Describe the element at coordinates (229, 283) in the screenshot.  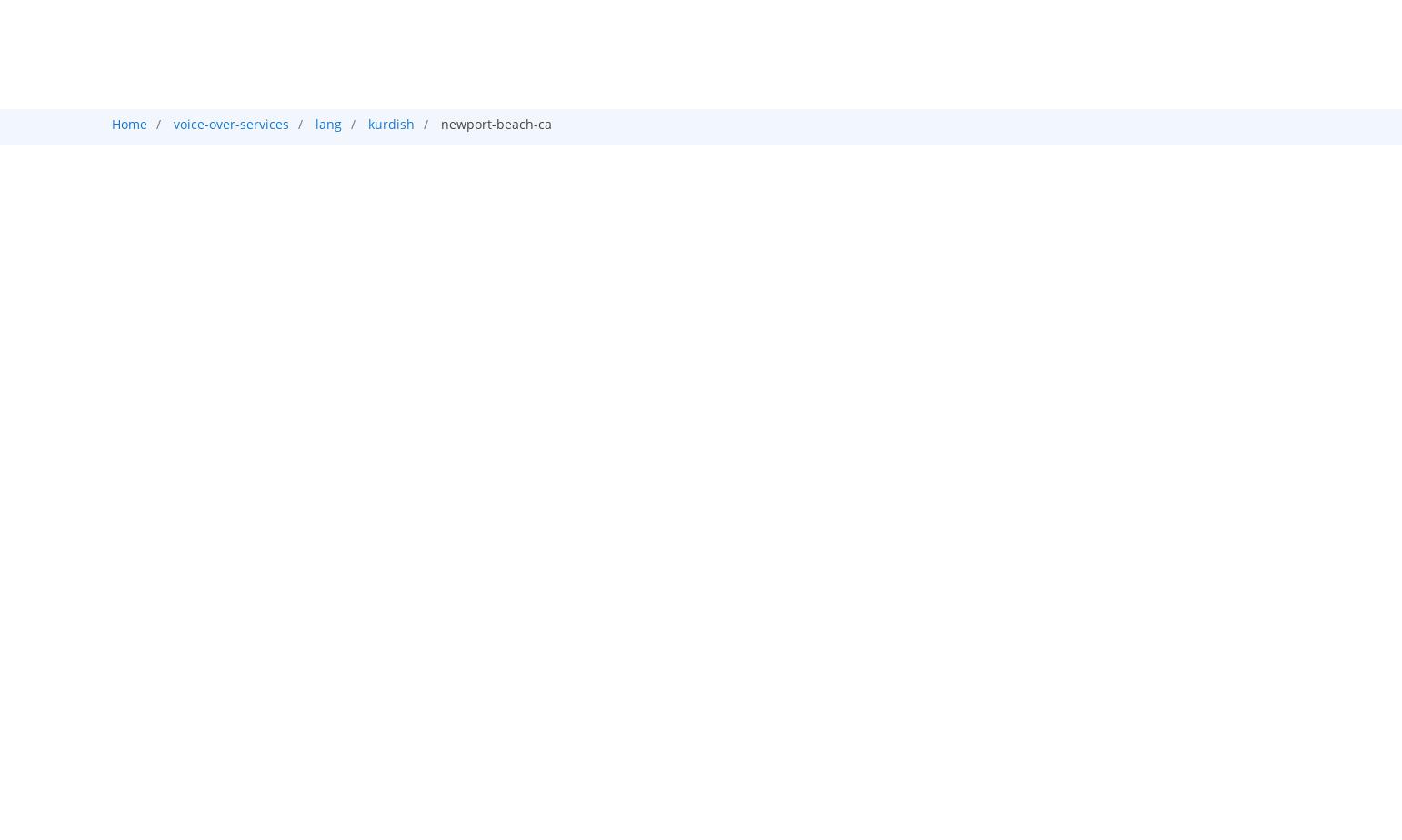
I see `'kazakh'` at that location.